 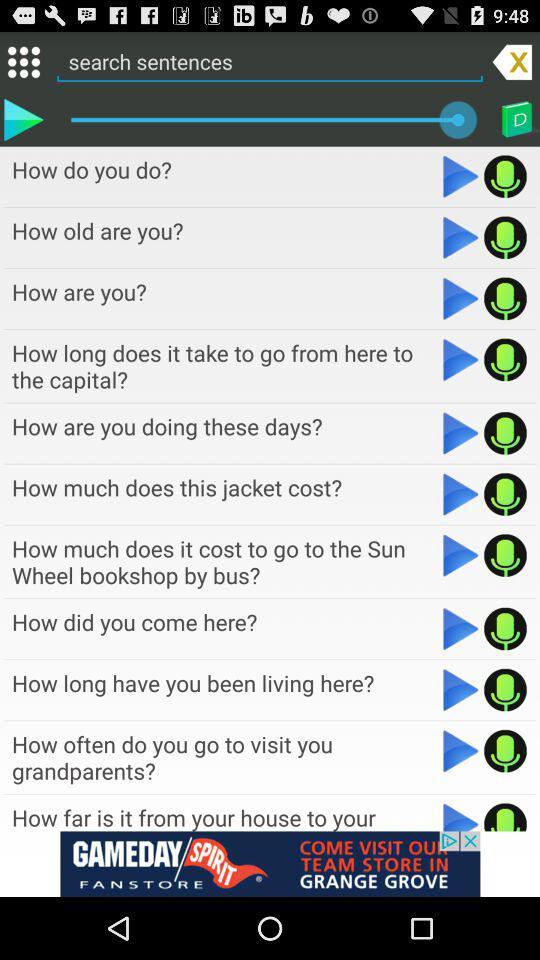 I want to click on it is a searching key, so click(x=461, y=297).